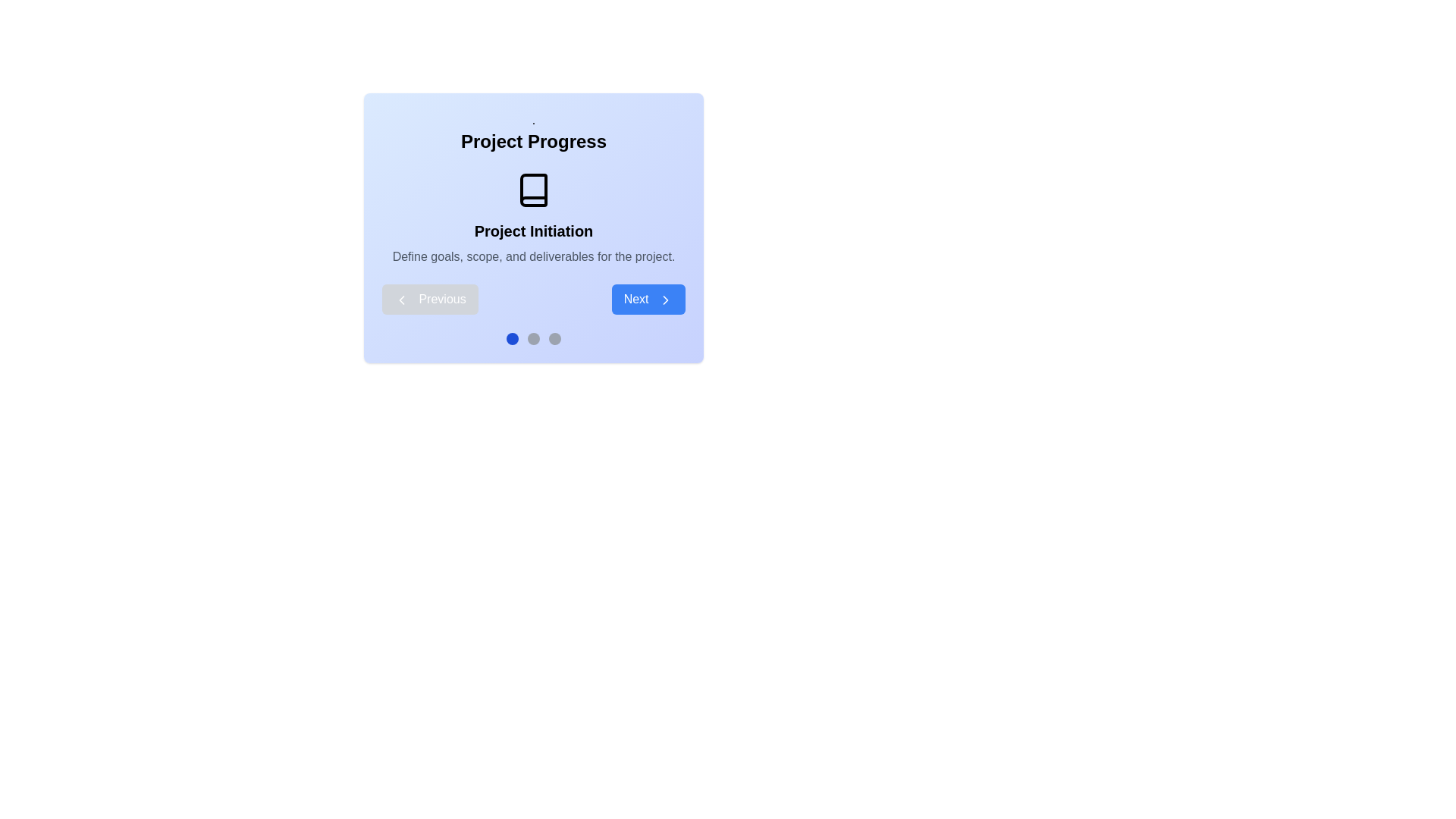 This screenshot has width=1456, height=819. Describe the element at coordinates (554, 338) in the screenshot. I see `the third gray indicator dot in the pagination sequence` at that location.